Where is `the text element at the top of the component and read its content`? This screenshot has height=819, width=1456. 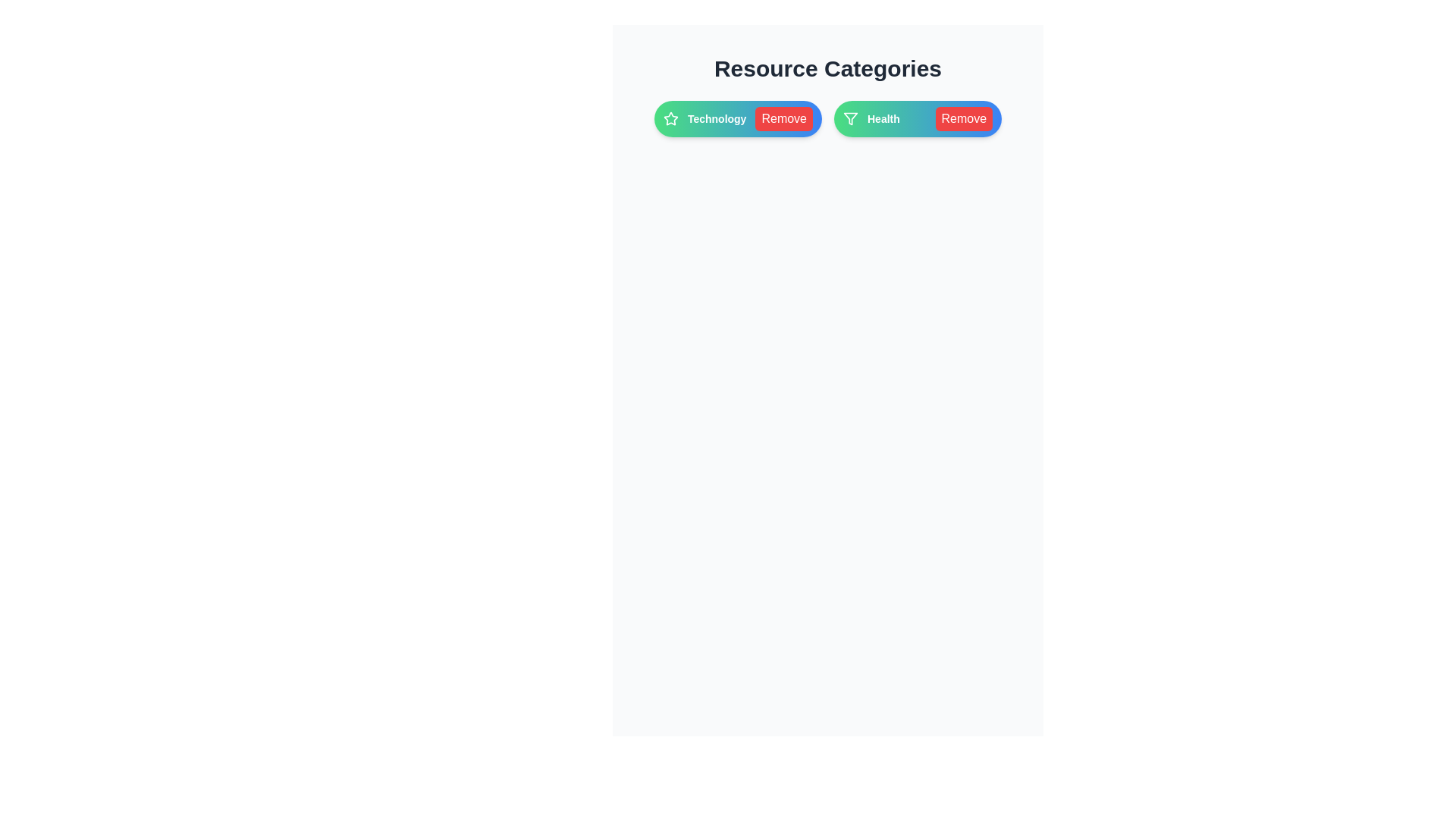 the text element at the top of the component and read its content is located at coordinates (827, 69).